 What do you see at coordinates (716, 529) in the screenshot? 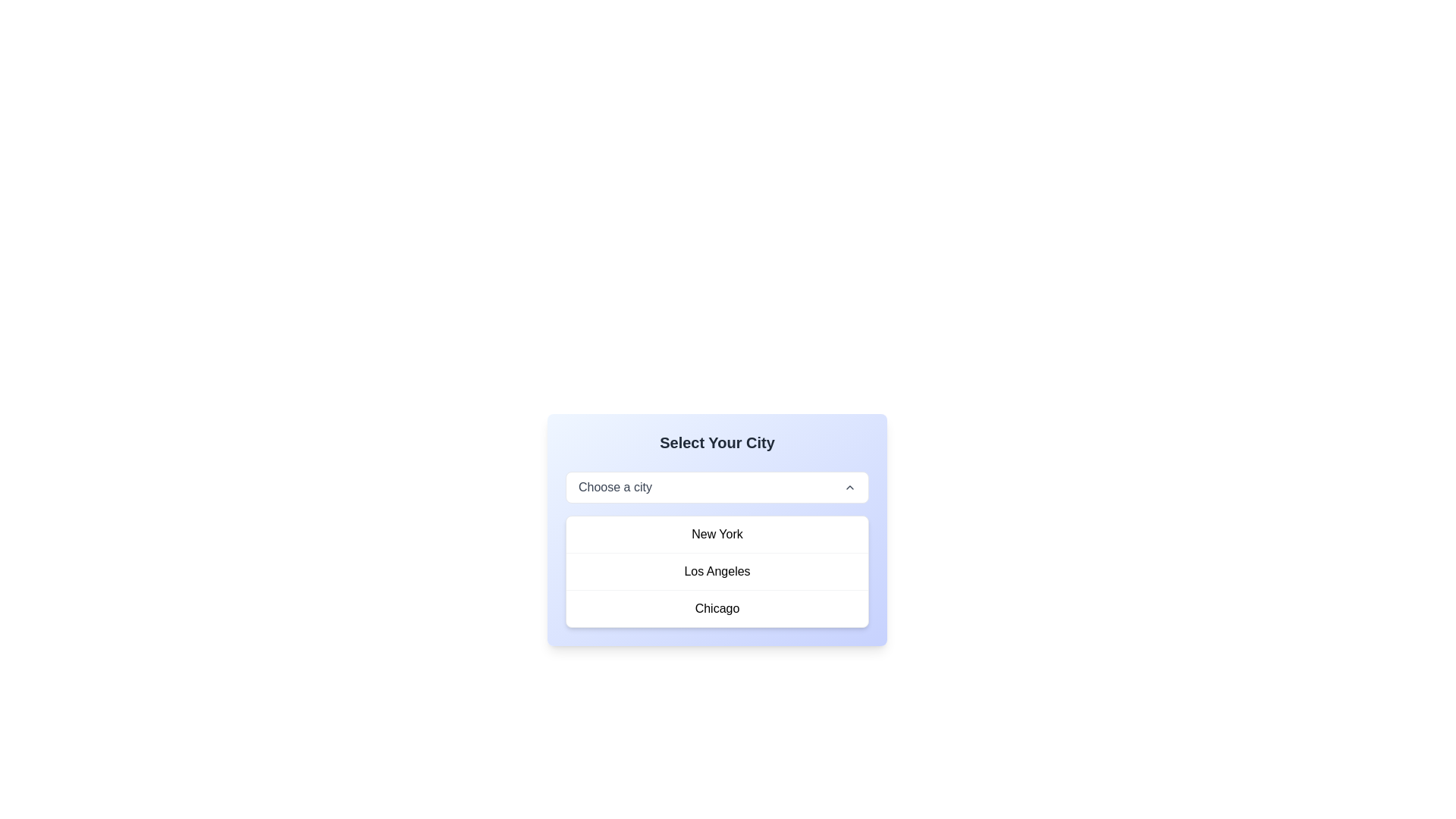
I see `the options in the Dropdown menu labeled 'Choose a city'` at bounding box center [716, 529].